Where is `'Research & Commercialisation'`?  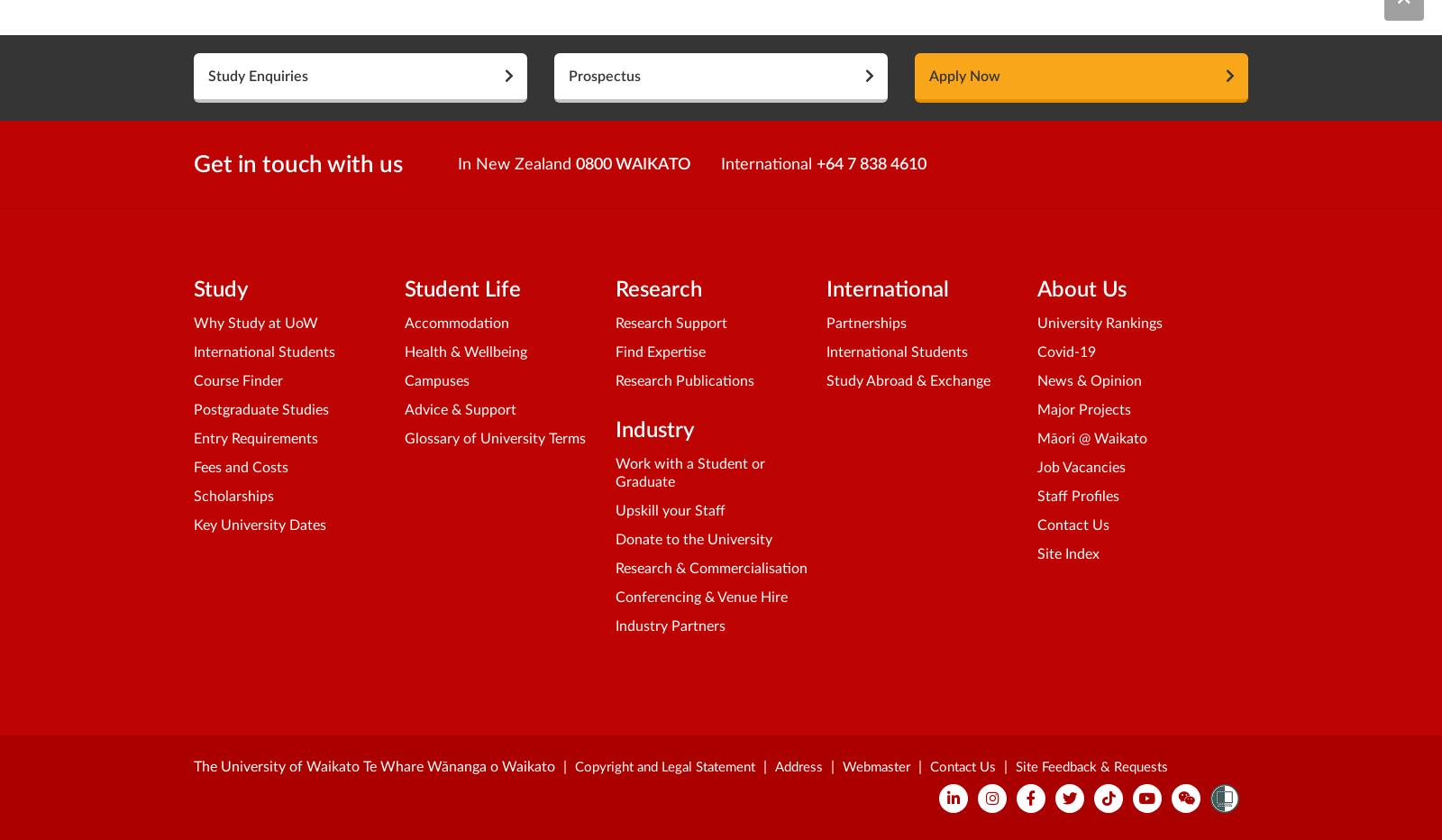
'Research & Commercialisation' is located at coordinates (711, 567).